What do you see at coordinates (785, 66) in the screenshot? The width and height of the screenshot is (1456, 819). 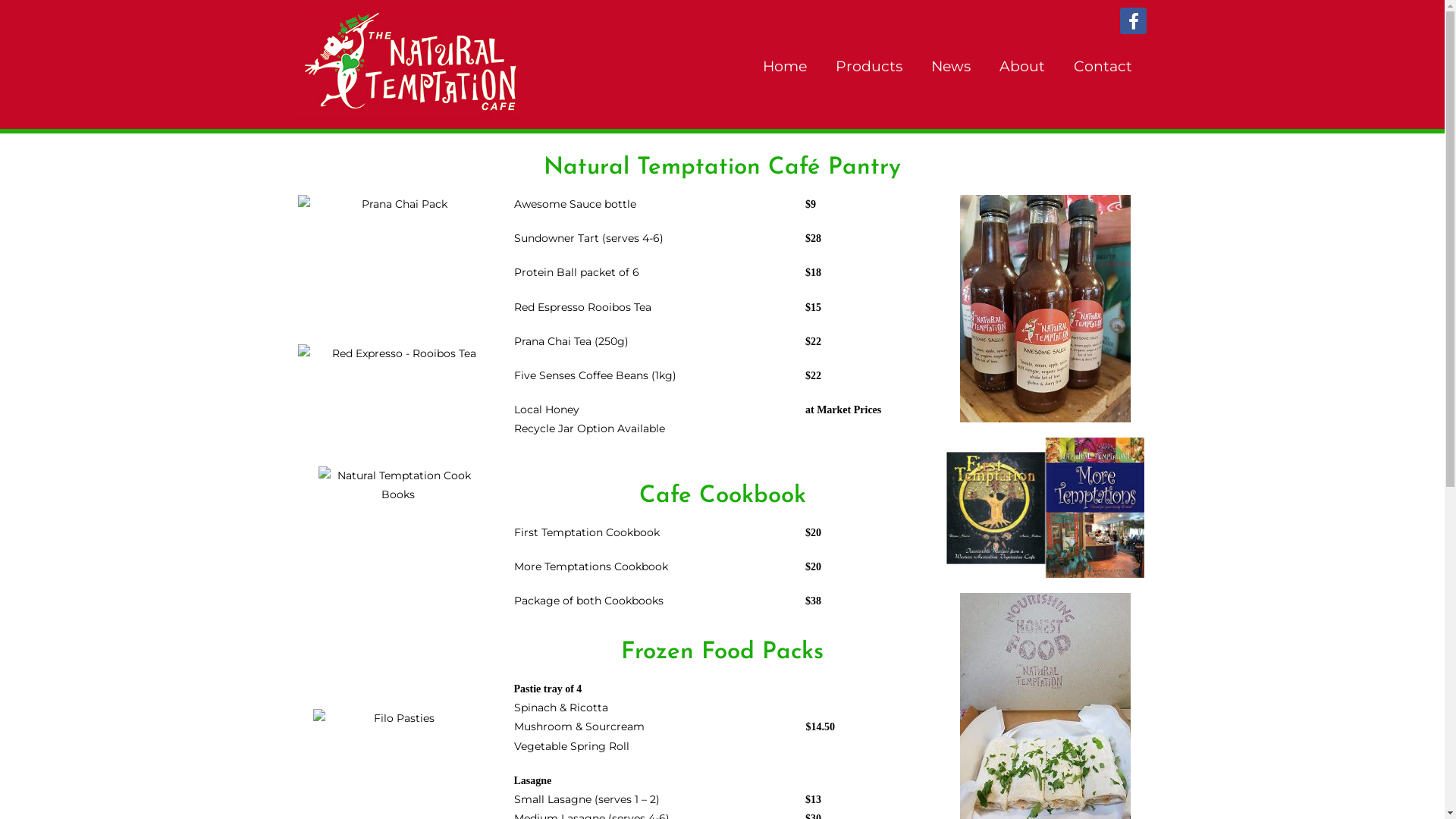 I see `'Home'` at bounding box center [785, 66].